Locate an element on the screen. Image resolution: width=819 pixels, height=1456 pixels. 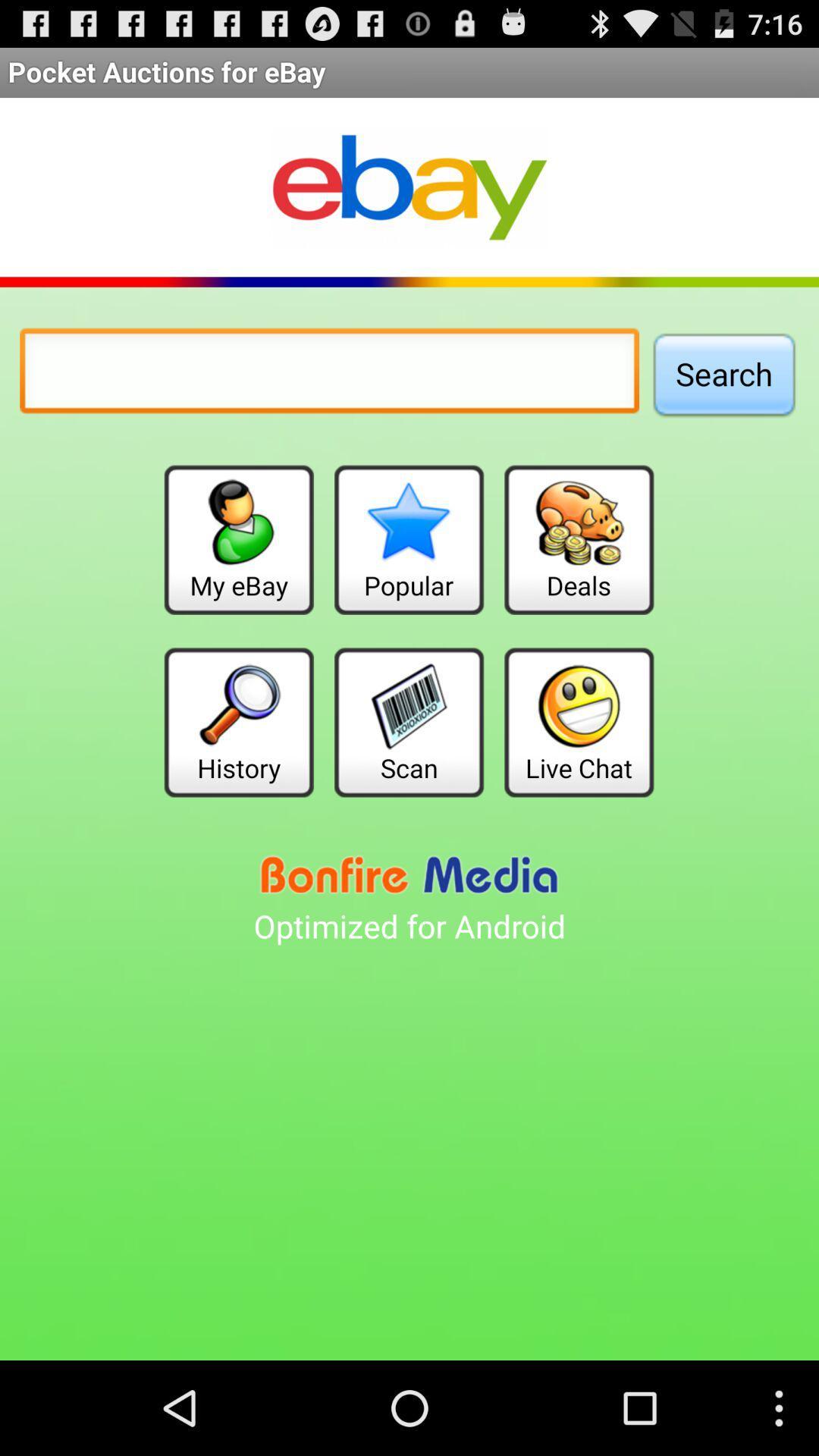
item to the right of the history button is located at coordinates (408, 721).